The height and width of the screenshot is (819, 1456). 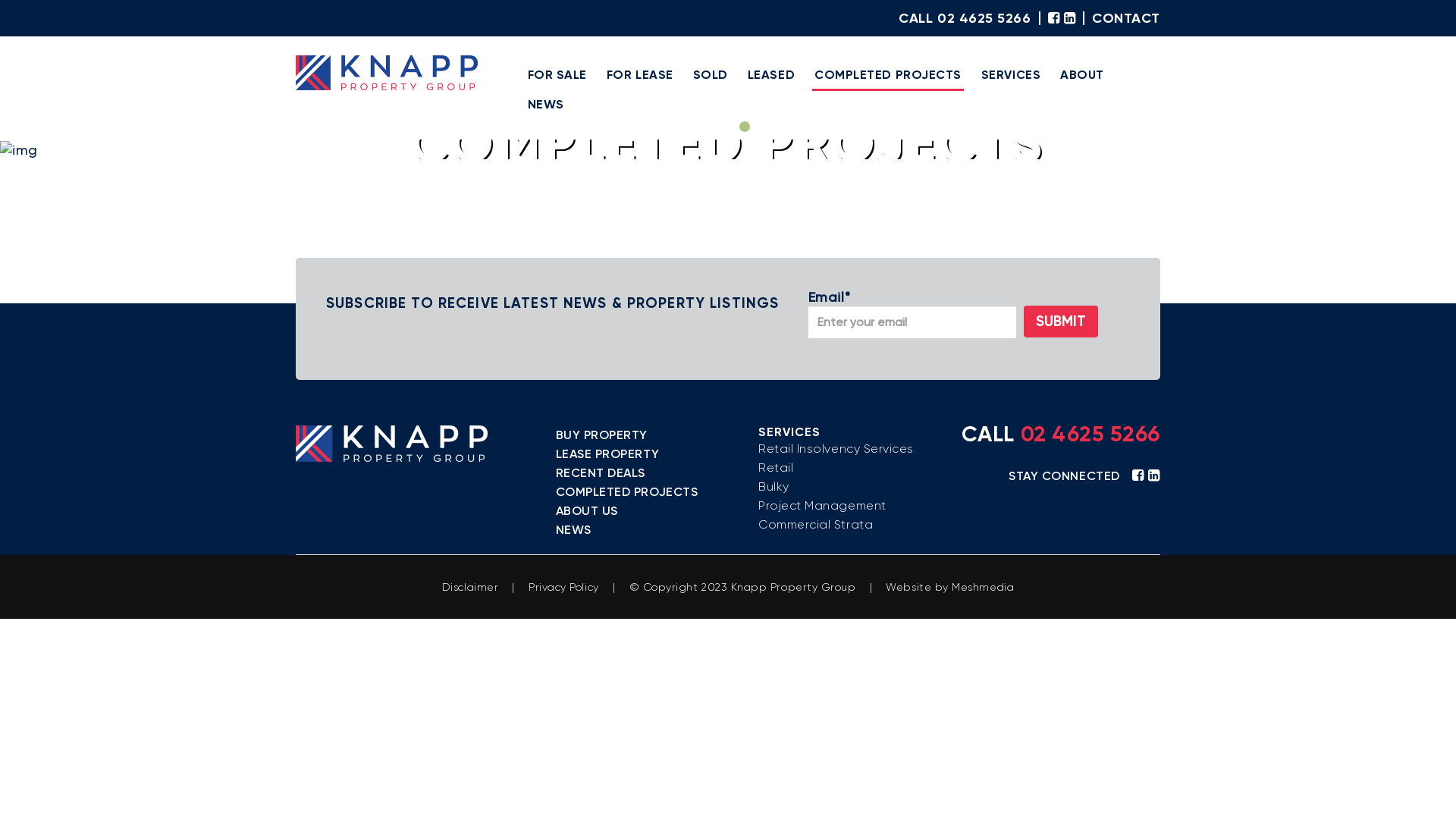 I want to click on 'Commercial Strata', so click(x=814, y=523).